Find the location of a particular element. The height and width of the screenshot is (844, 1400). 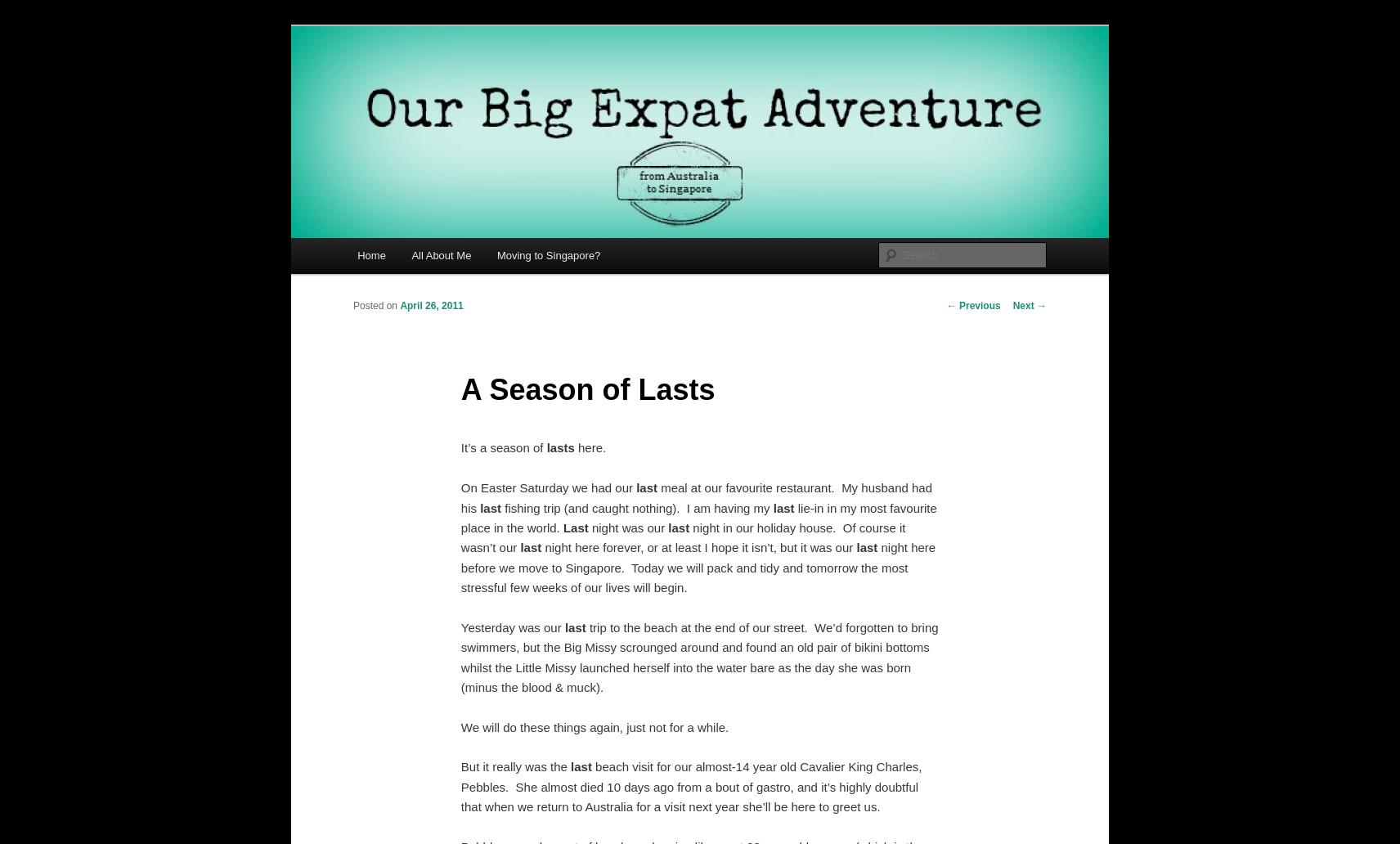

'night here forever, or at least I hope it isn’t, but it was our' is located at coordinates (698, 546).